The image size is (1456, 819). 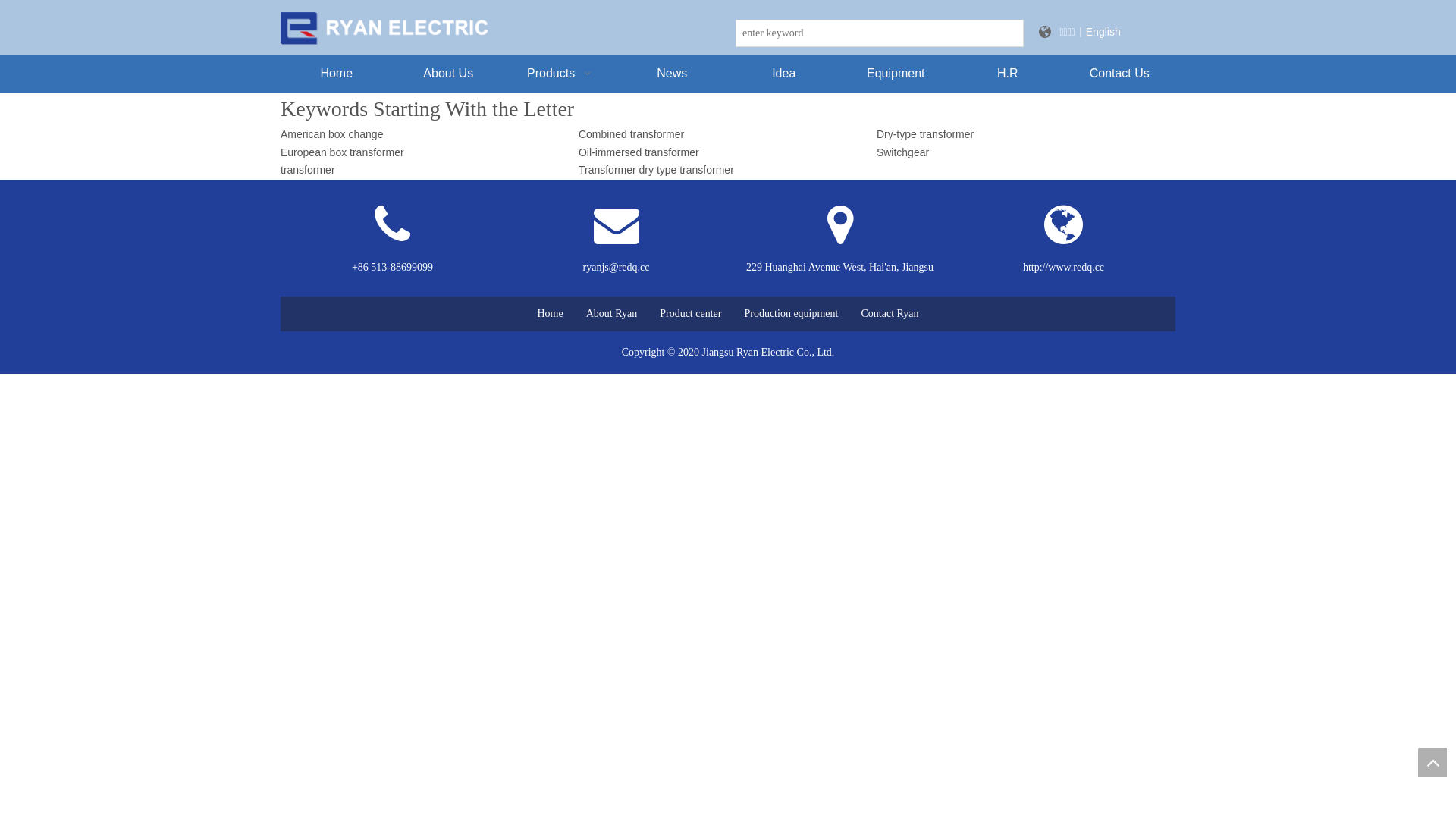 I want to click on 'Contact Ryan', so click(x=889, y=312).